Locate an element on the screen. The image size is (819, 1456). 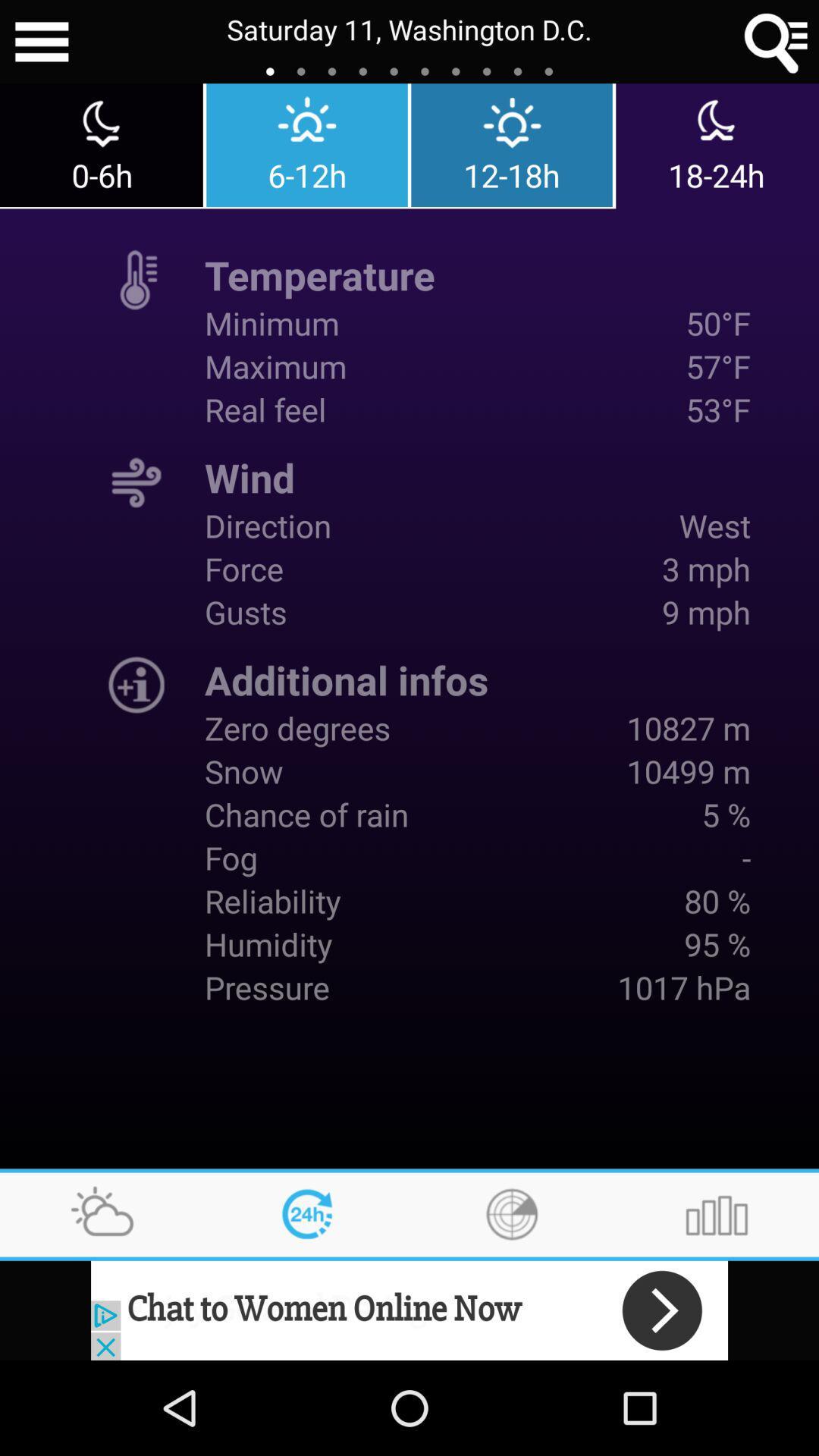
the menu icon is located at coordinates (41, 44).